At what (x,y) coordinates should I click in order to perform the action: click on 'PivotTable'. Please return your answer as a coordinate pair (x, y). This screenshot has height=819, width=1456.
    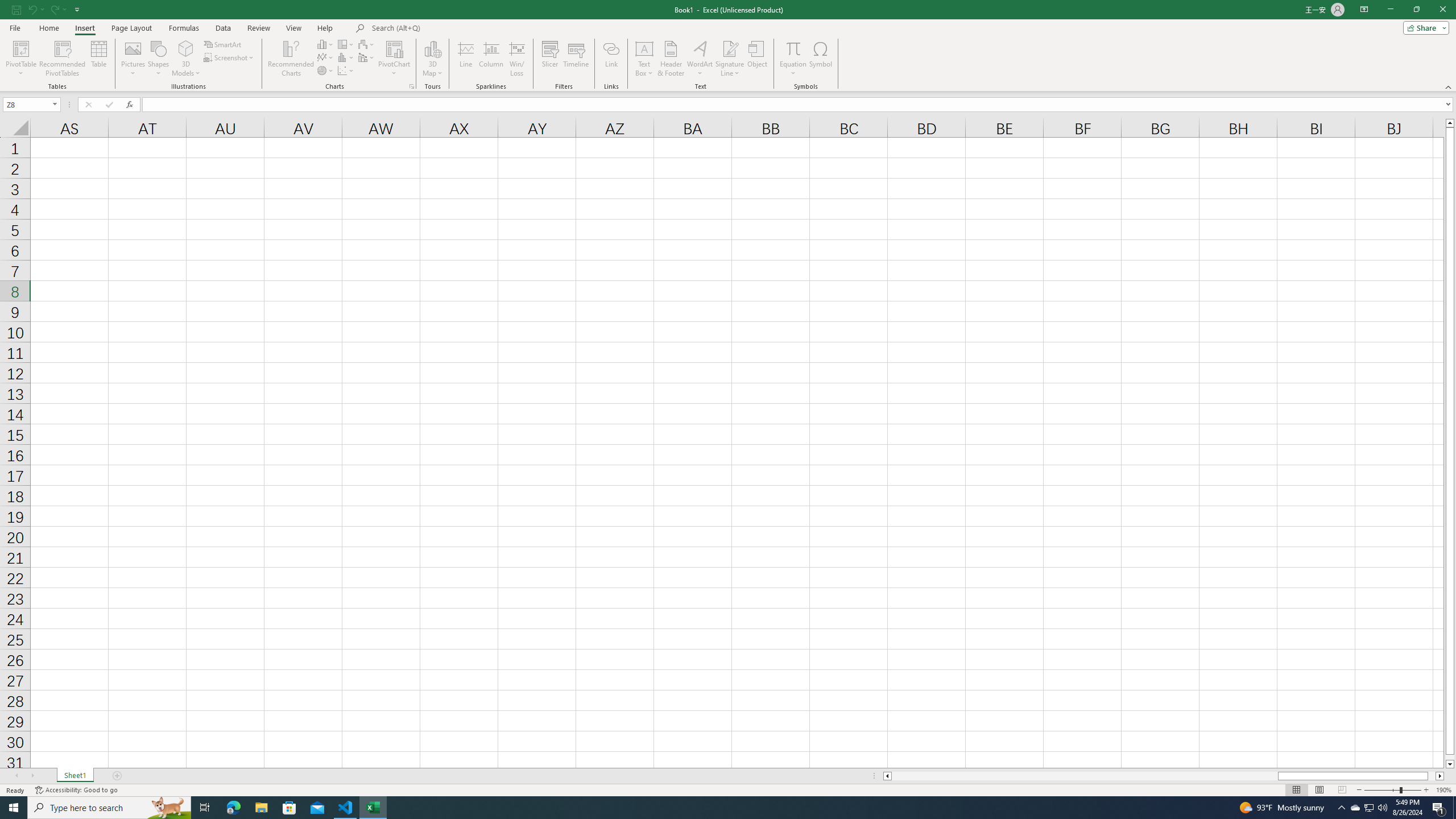
    Looking at the image, I should click on (20, 59).